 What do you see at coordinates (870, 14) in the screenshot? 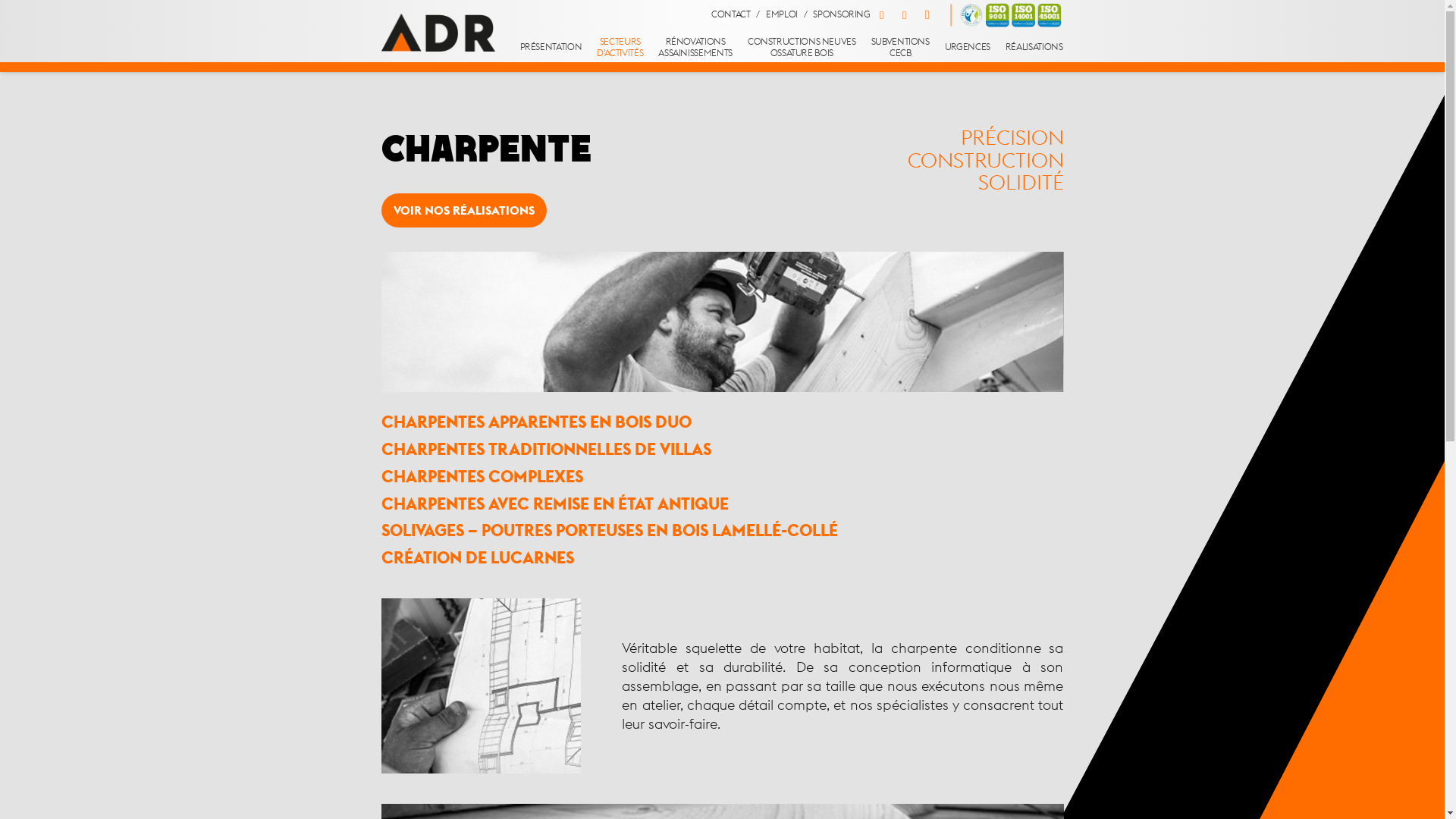
I see `'Facebook'` at bounding box center [870, 14].